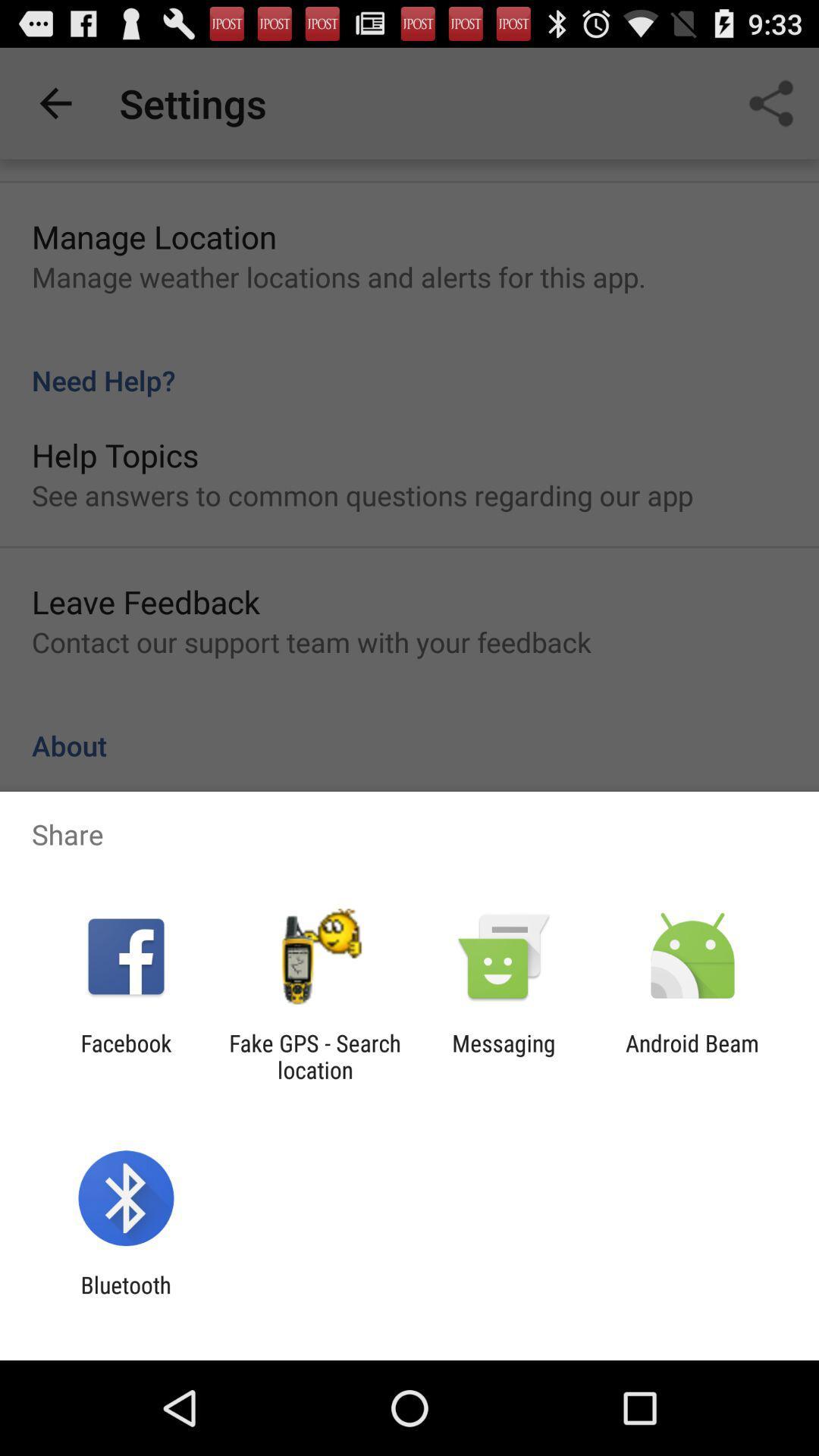 This screenshot has width=819, height=1456. Describe the element at coordinates (692, 1056) in the screenshot. I see `item to the right of the messaging` at that location.